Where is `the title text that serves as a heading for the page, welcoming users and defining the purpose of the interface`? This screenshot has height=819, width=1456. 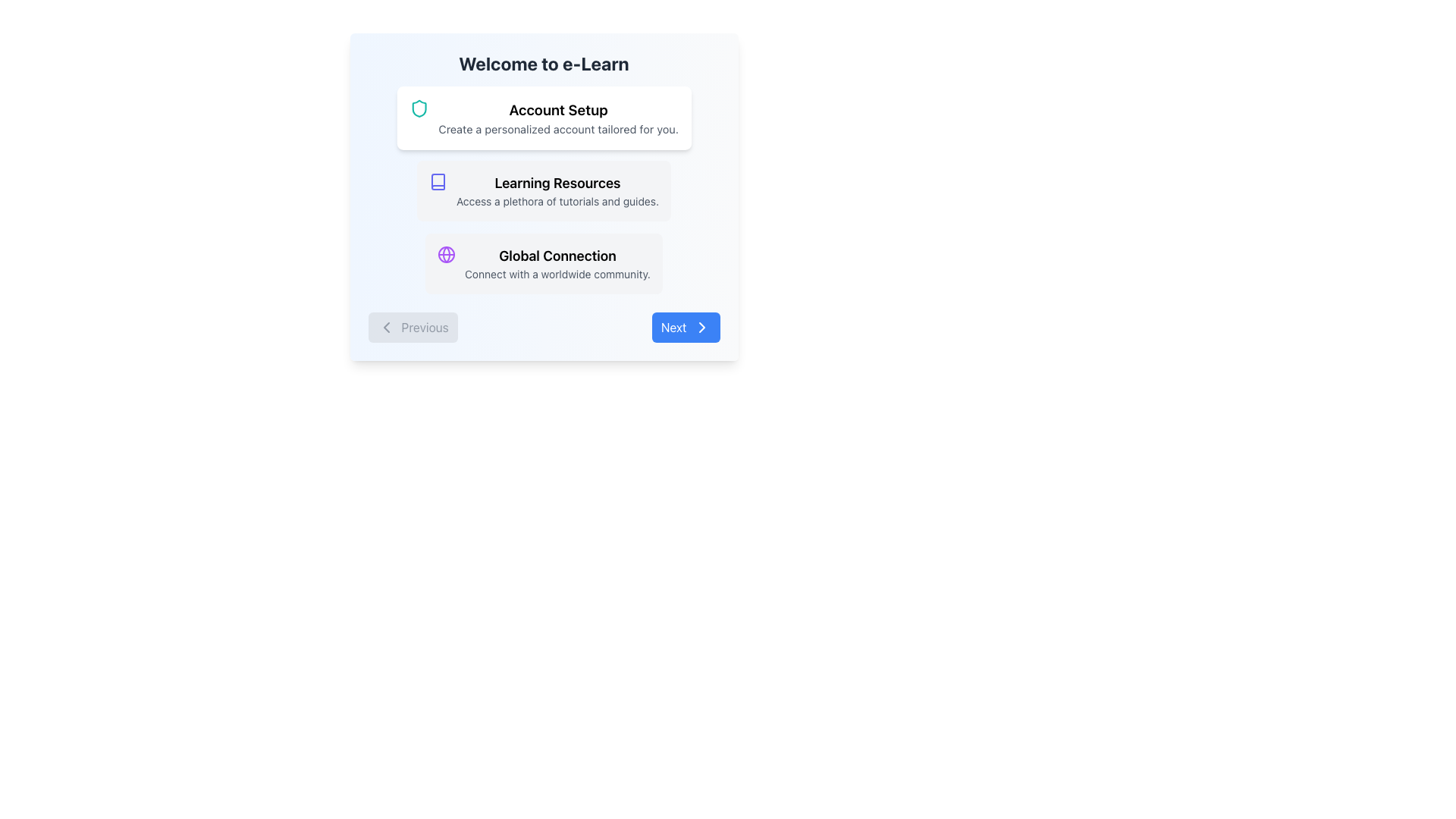
the title text that serves as a heading for the page, welcoming users and defining the purpose of the interface is located at coordinates (544, 63).